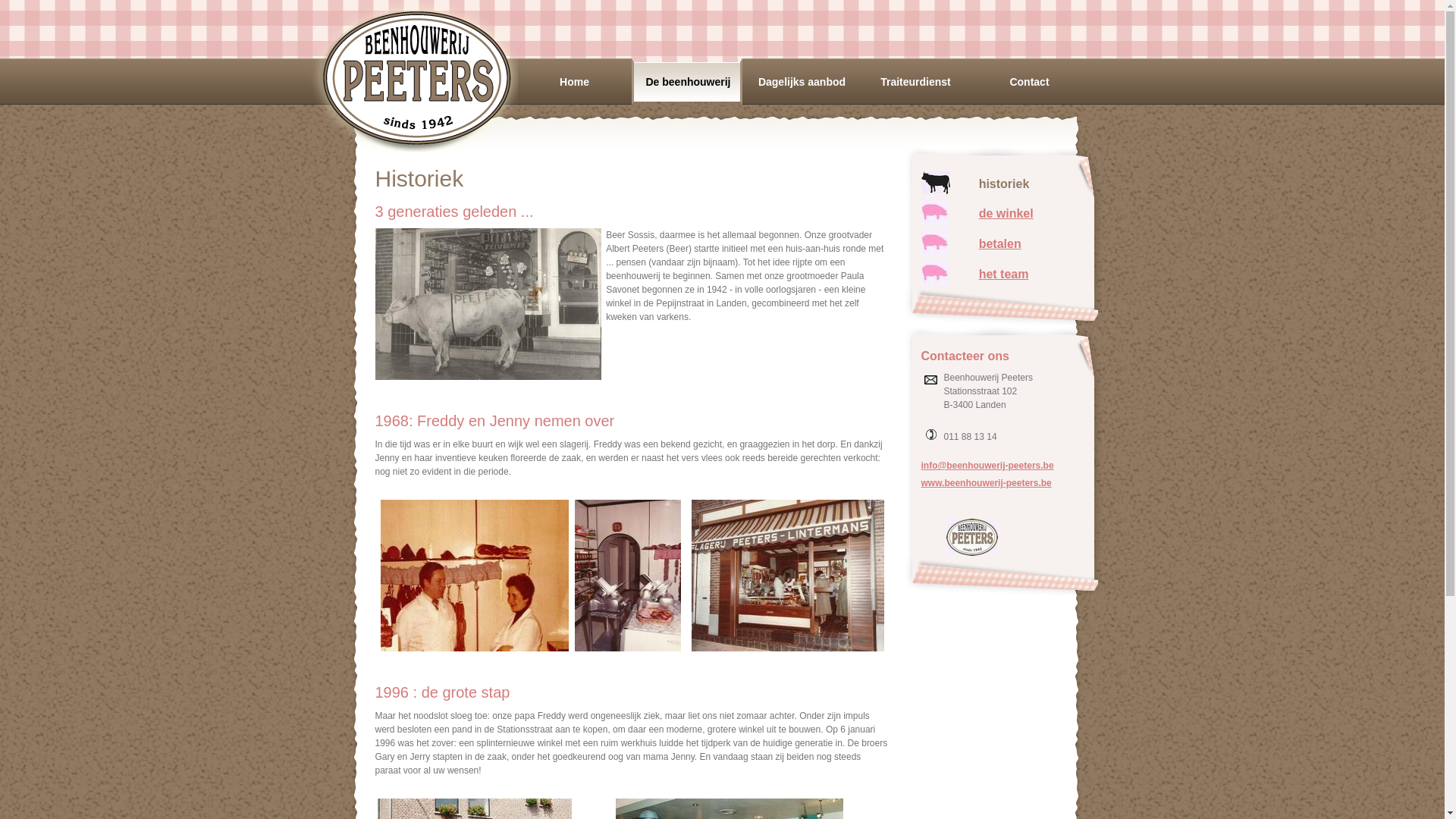  I want to click on 'telefoon', so click(930, 435).